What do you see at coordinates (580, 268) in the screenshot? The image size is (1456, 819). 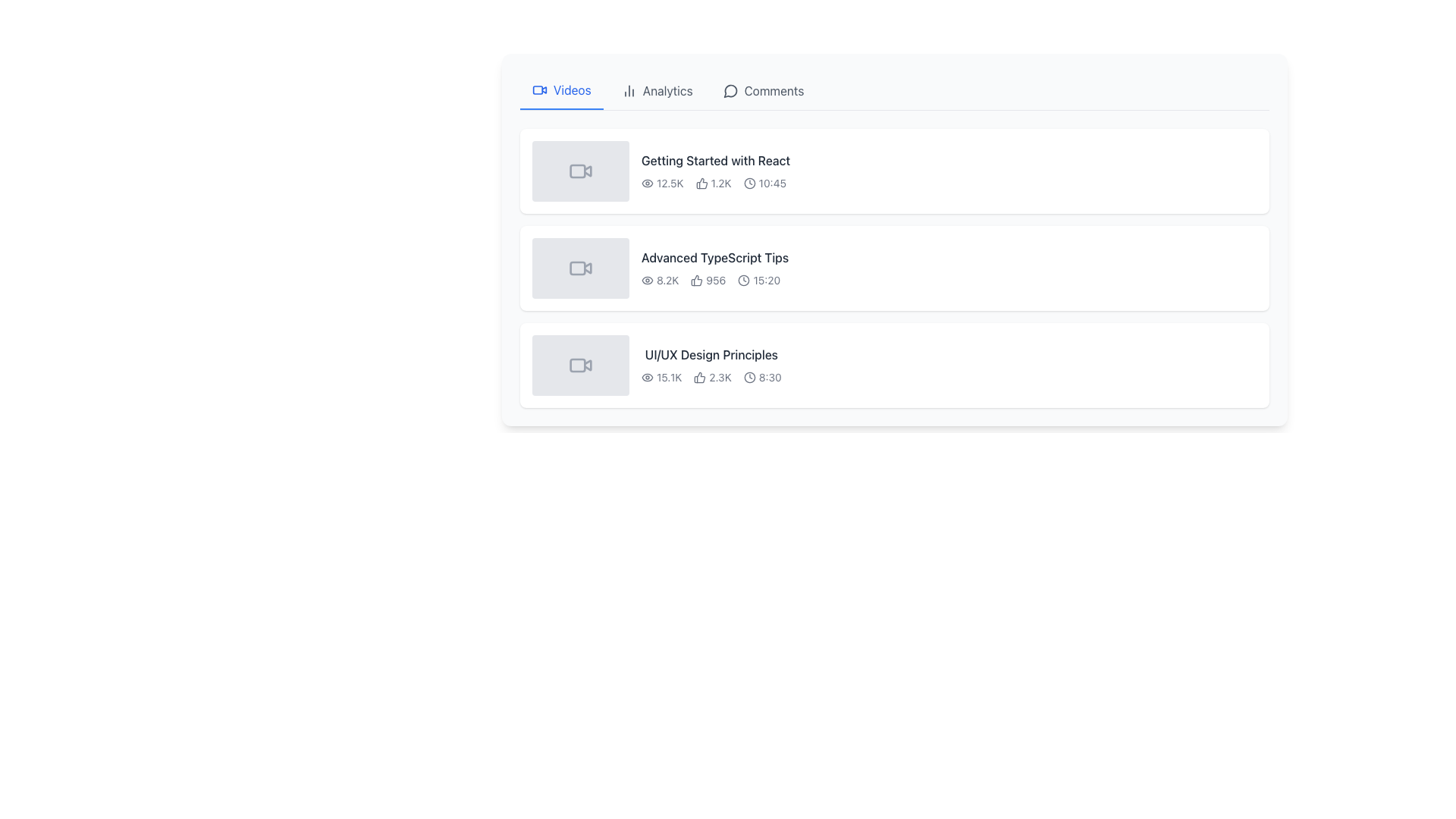 I see `the video thumbnail with a light gray background and a video camera icon featuring a play button, located in the second row of the video list next to the title 'Advanced TypeScript Tips'` at bounding box center [580, 268].